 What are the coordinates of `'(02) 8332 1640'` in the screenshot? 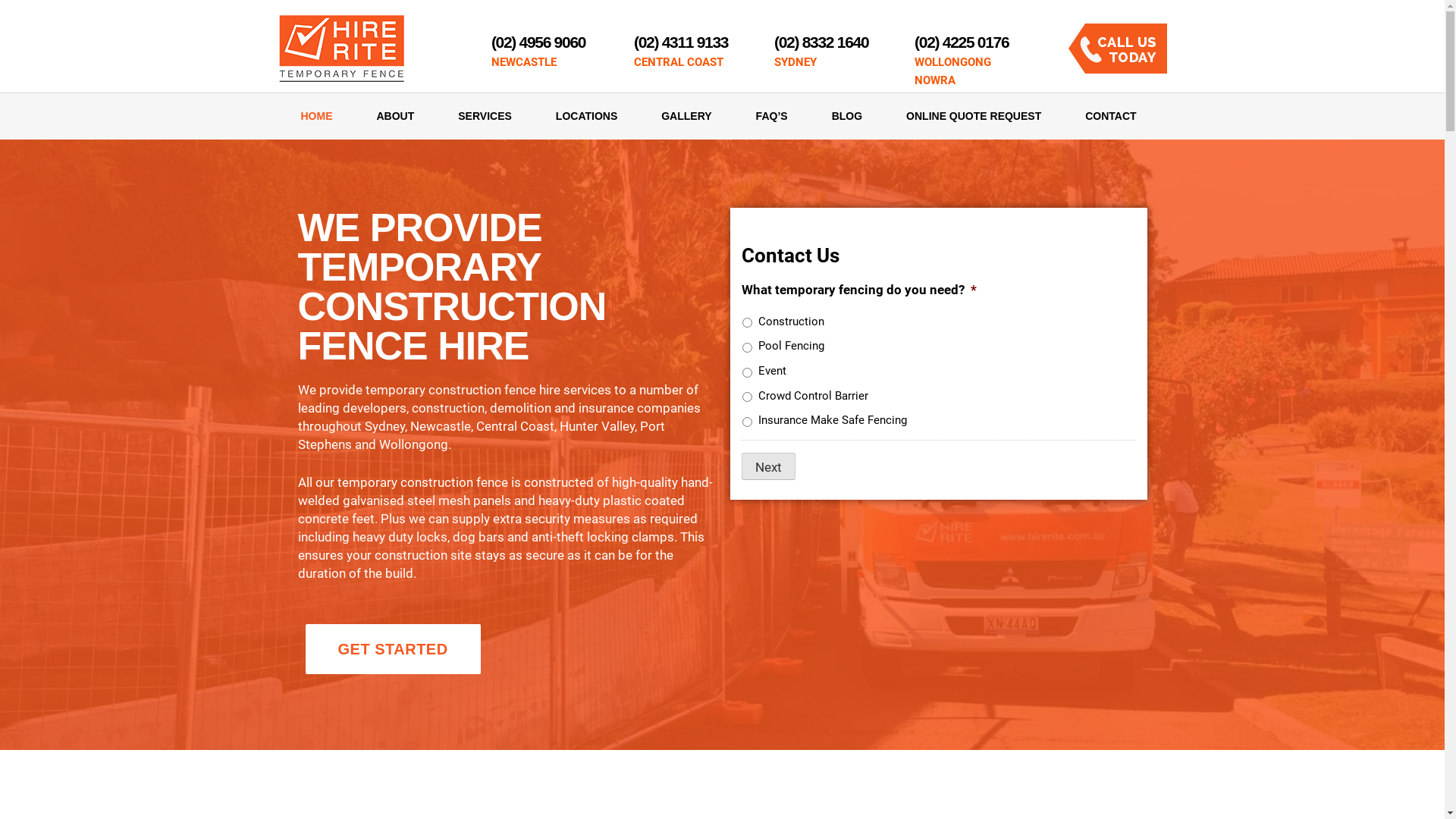 It's located at (821, 41).